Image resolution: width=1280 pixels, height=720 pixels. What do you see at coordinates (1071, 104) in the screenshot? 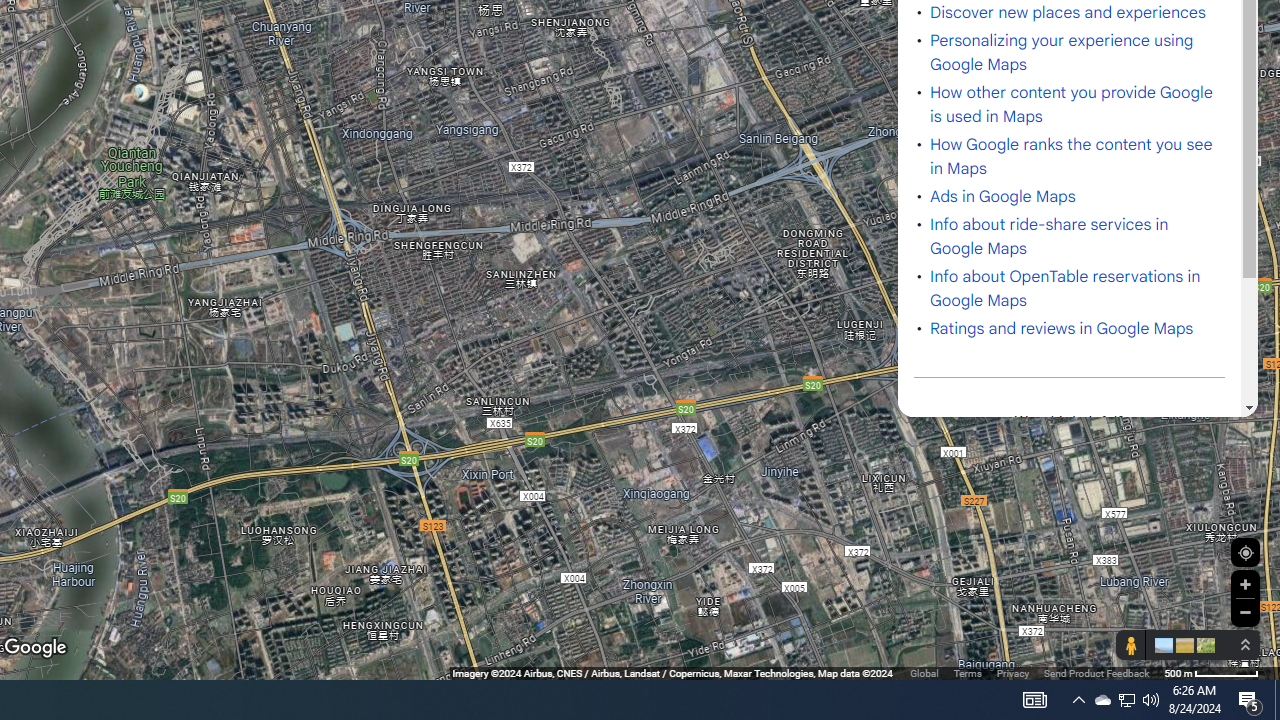
I see `'How other content you provide Google is used in Maps'` at bounding box center [1071, 104].